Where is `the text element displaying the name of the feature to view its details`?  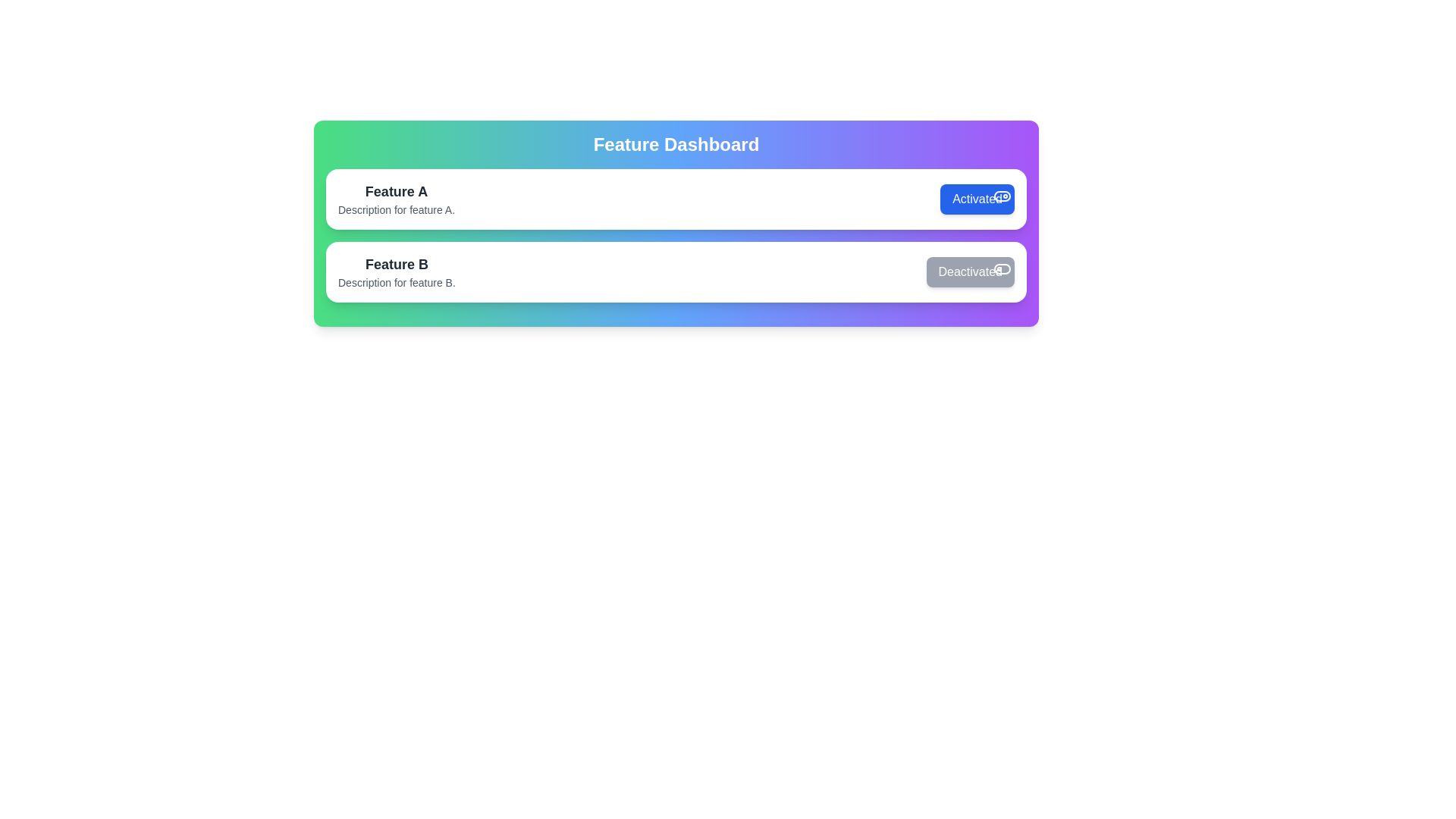 the text element displaying the name of the feature to view its details is located at coordinates (397, 191).